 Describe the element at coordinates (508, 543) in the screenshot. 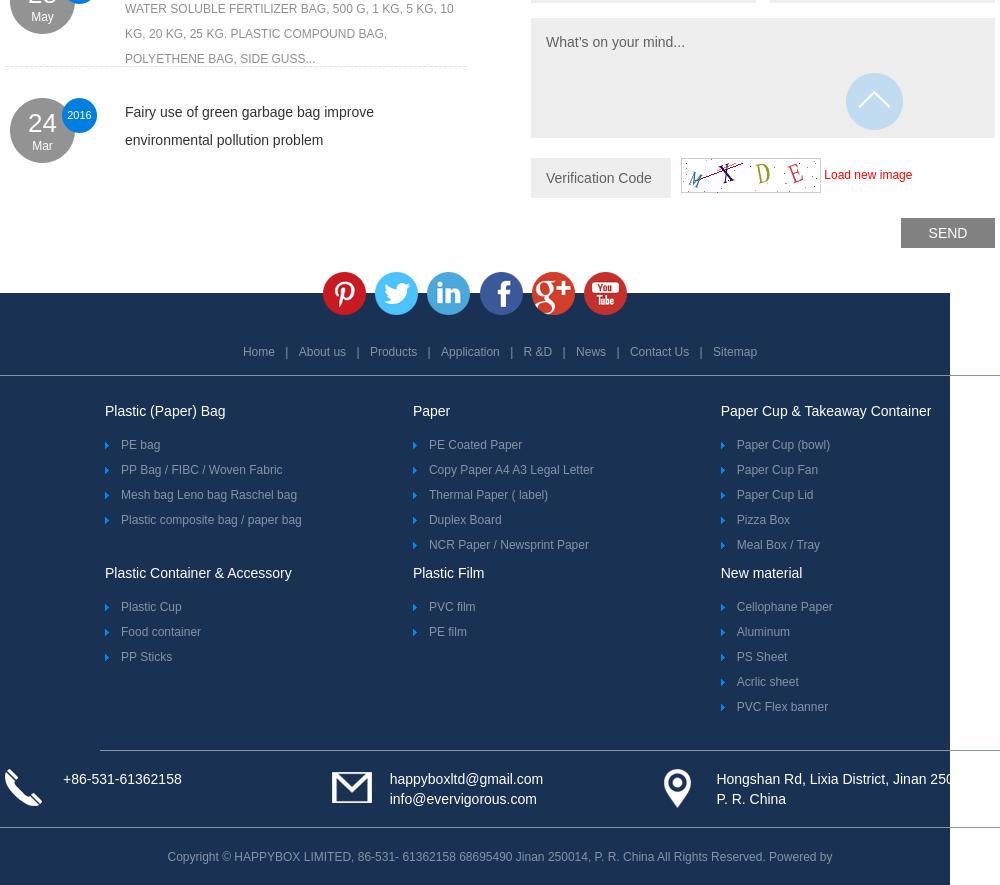

I see `'NCR Paper / Newsprint Paper'` at that location.